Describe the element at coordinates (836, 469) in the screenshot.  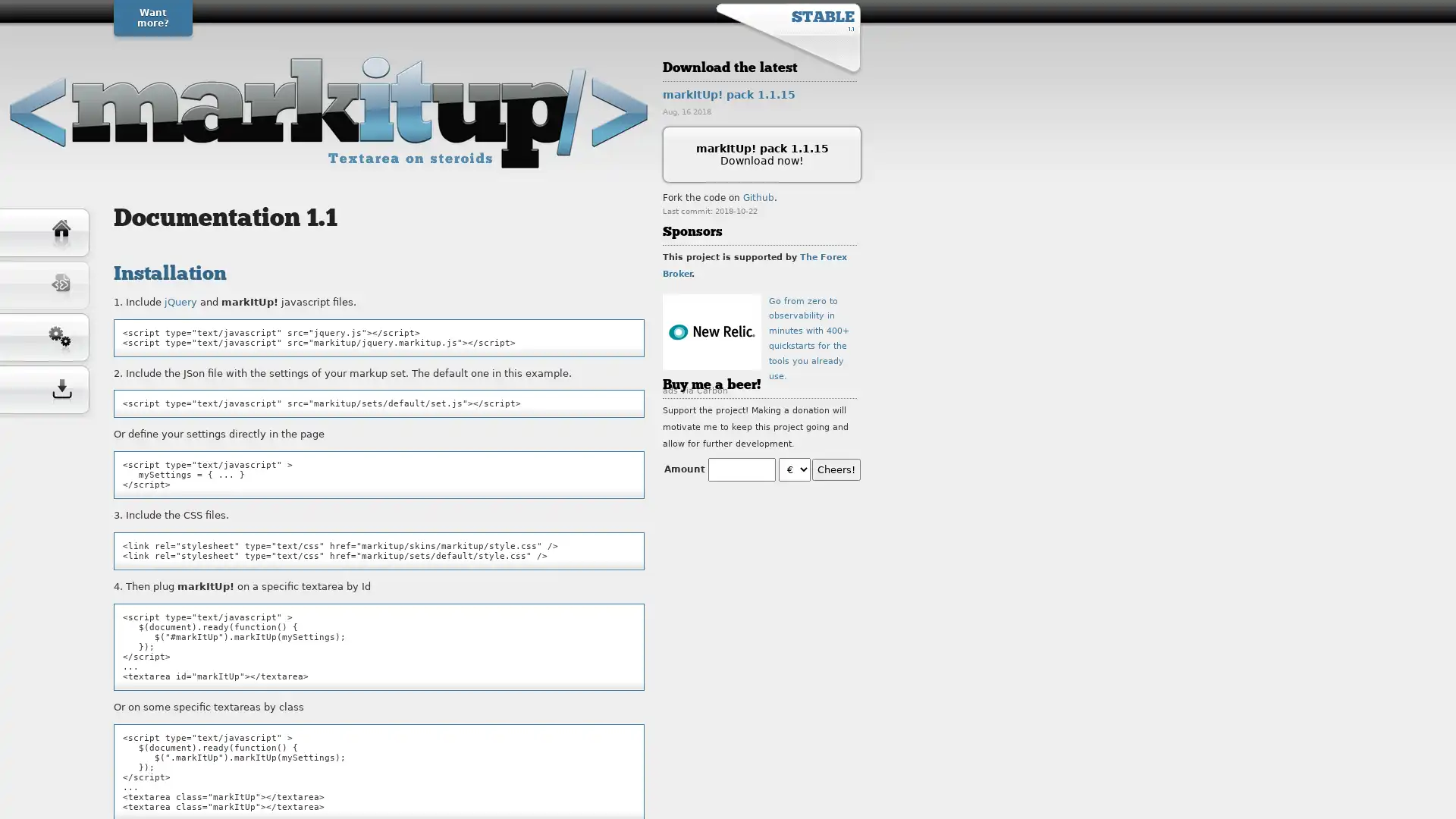
I see `Cheers!` at that location.